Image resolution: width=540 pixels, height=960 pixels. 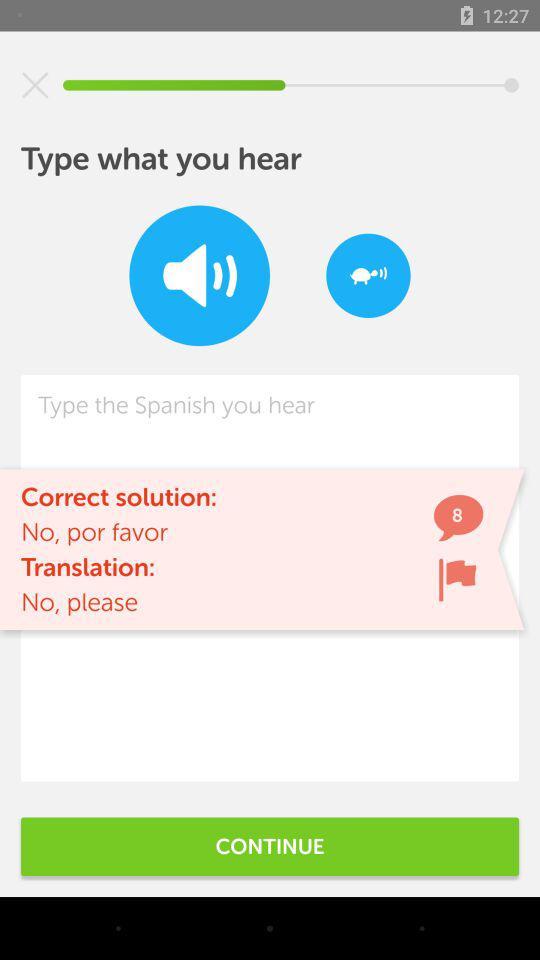 What do you see at coordinates (457, 579) in the screenshot?
I see `icon next to no, por favor icon` at bounding box center [457, 579].